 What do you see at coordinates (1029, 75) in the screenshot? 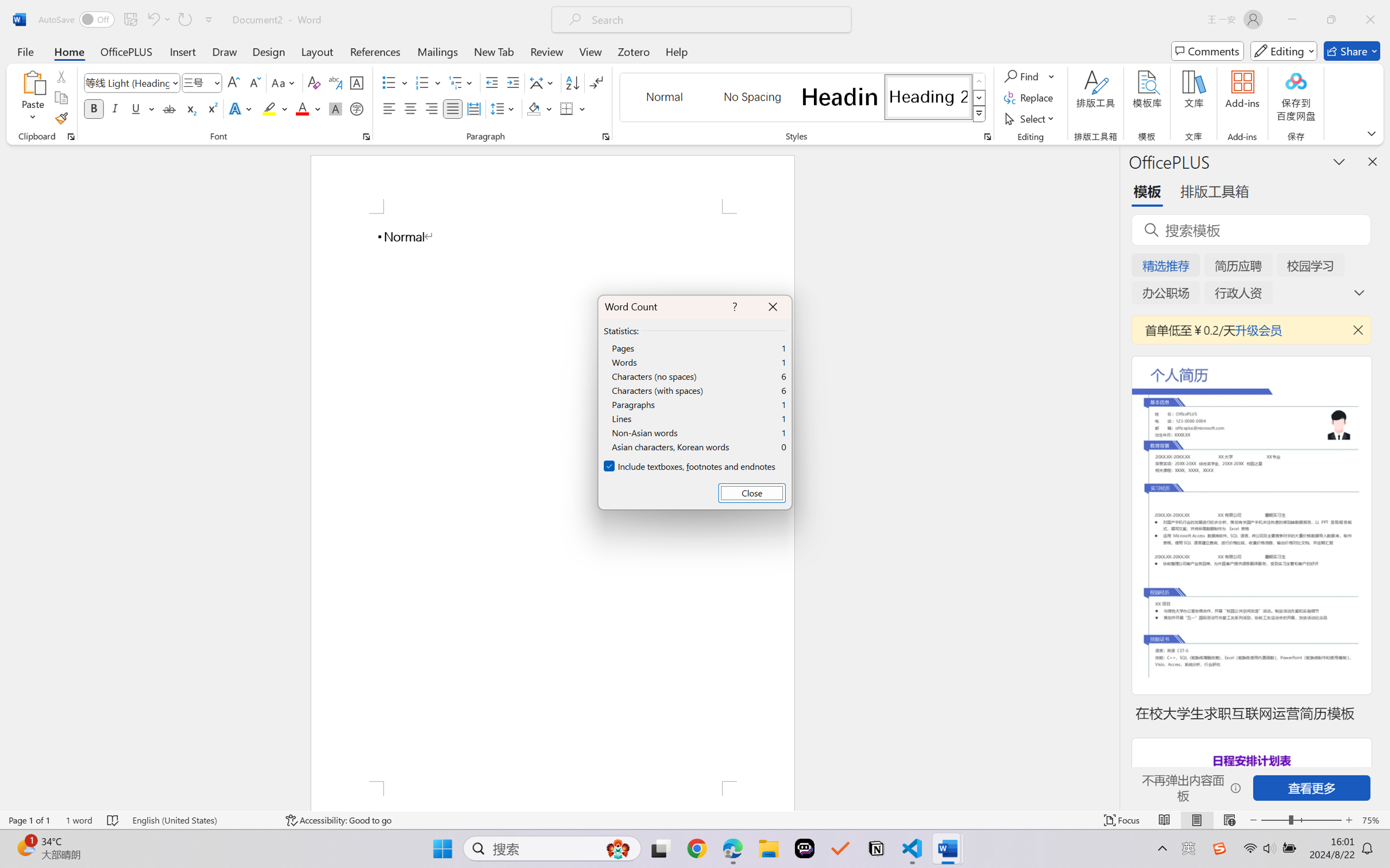
I see `'Find'` at bounding box center [1029, 75].